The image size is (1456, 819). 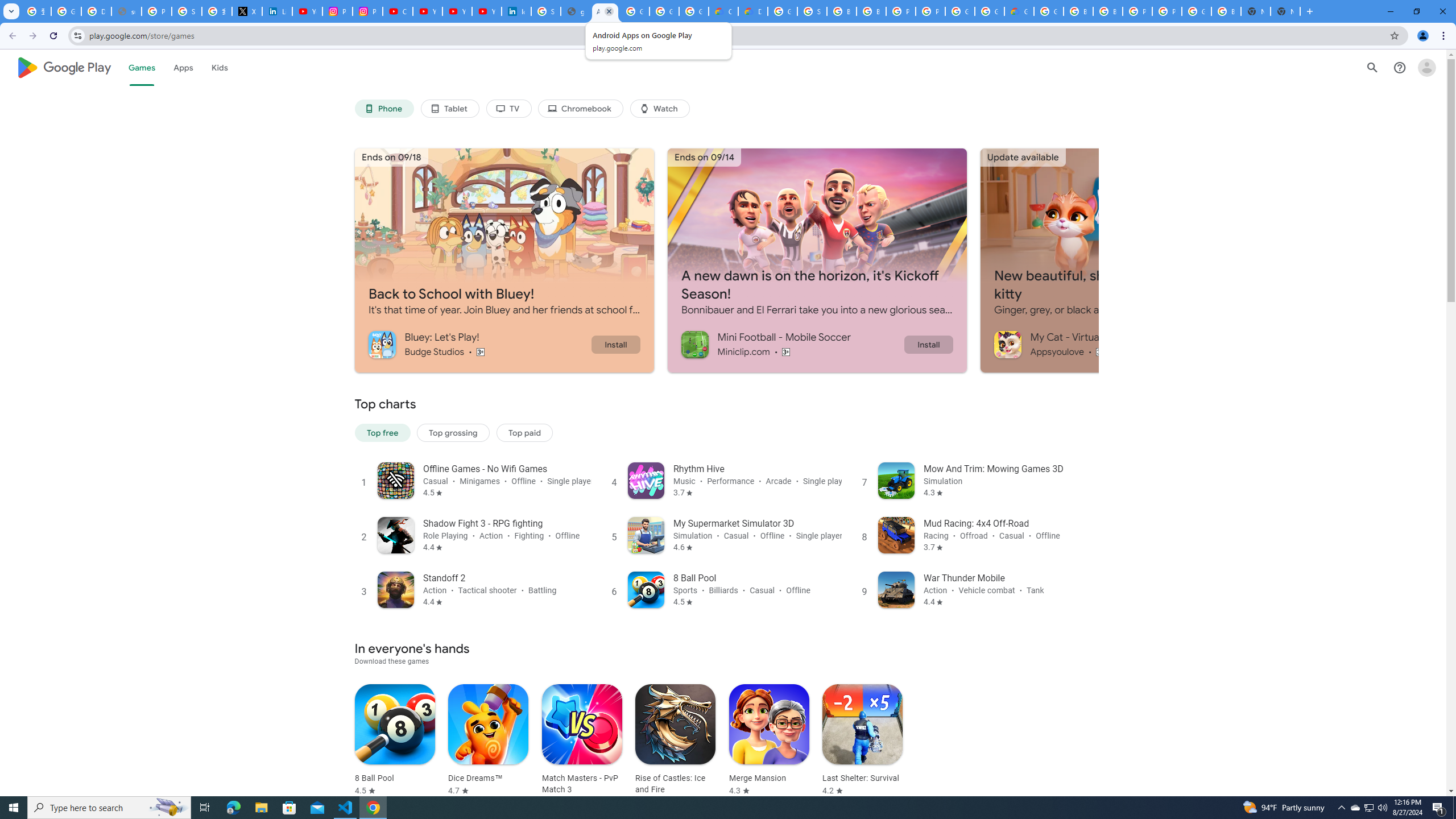 What do you see at coordinates (126, 11) in the screenshot?
I see `'support.google.com - Network error'` at bounding box center [126, 11].